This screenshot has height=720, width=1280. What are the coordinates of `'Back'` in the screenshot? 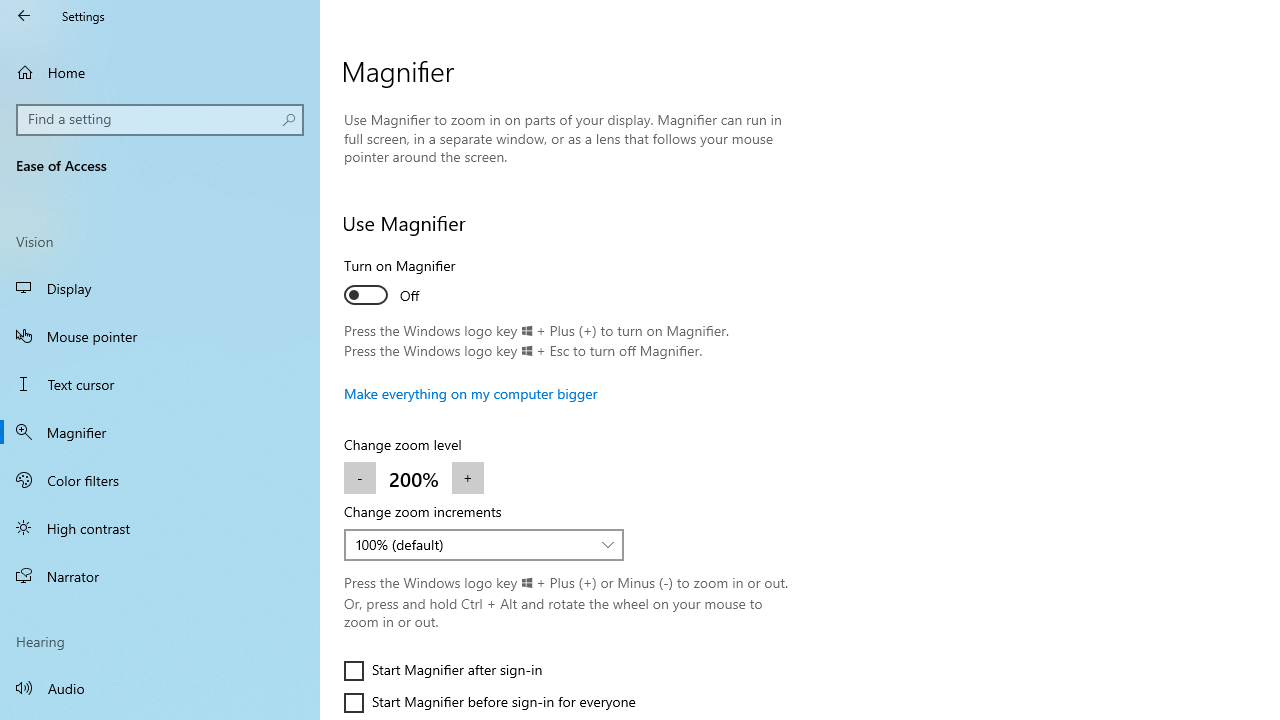 It's located at (24, 15).